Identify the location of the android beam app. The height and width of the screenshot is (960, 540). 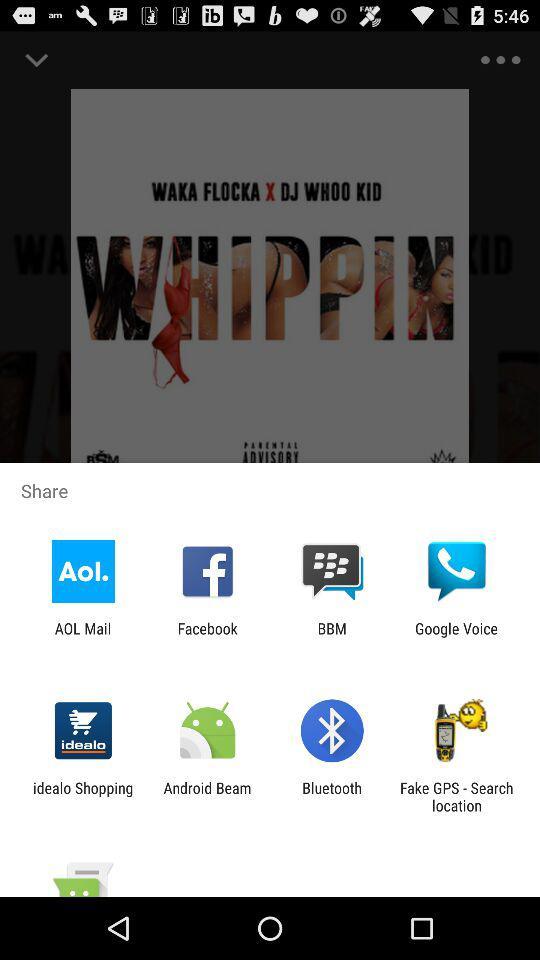
(206, 796).